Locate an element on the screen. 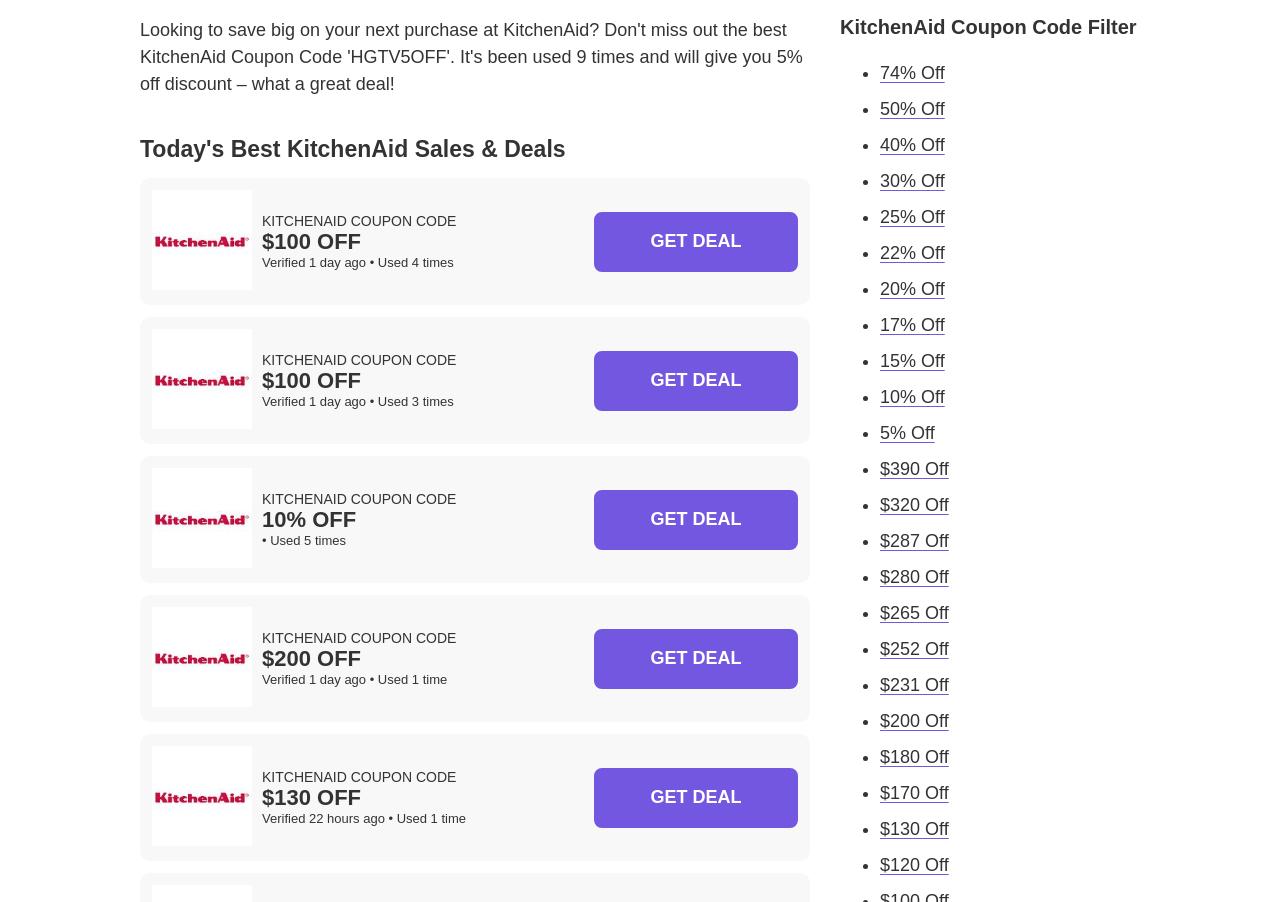 The width and height of the screenshot is (1280, 902). '30% Off' is located at coordinates (911, 179).